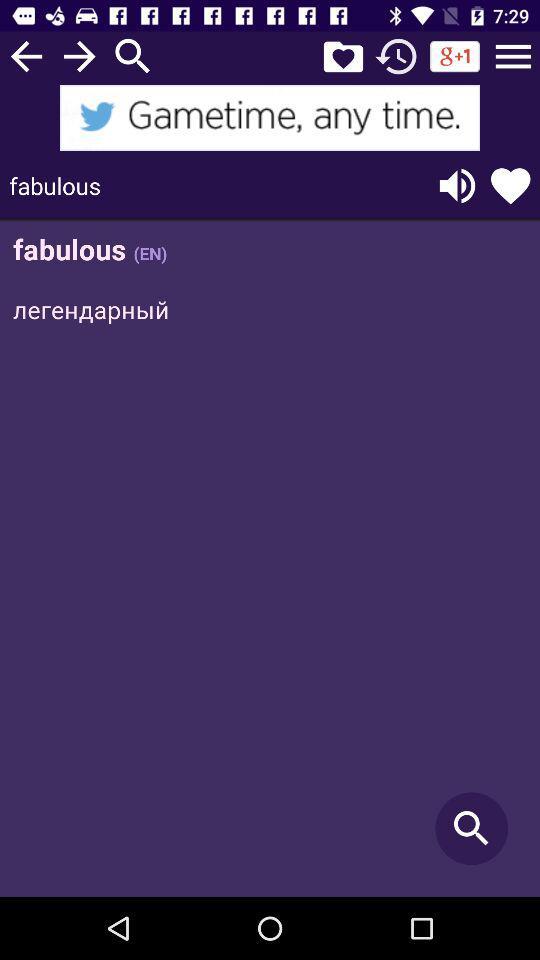 The width and height of the screenshot is (540, 960). I want to click on show menu, so click(513, 55).